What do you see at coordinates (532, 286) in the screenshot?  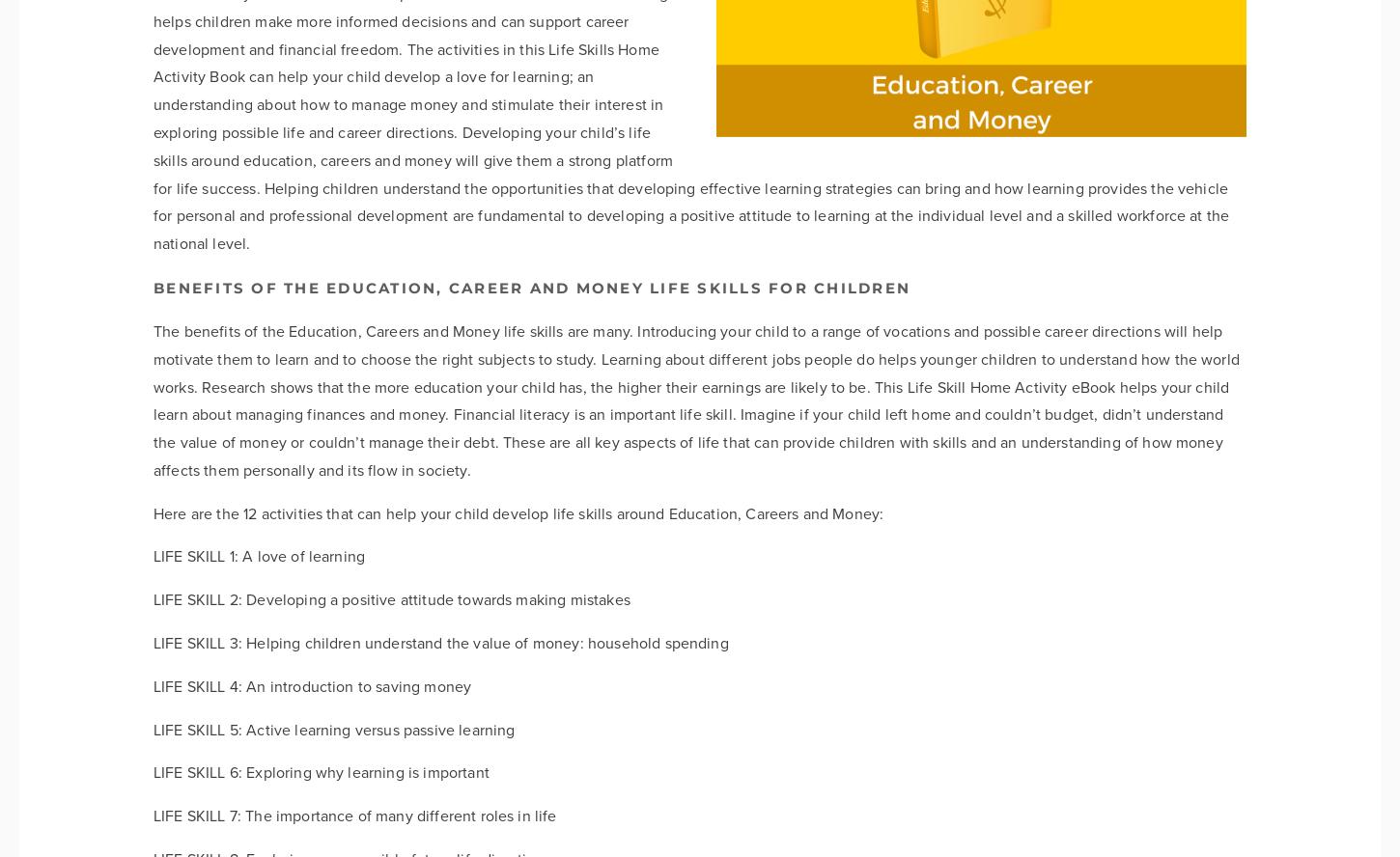 I see `'Benefits of the Education, Career and Money life skills for children'` at bounding box center [532, 286].